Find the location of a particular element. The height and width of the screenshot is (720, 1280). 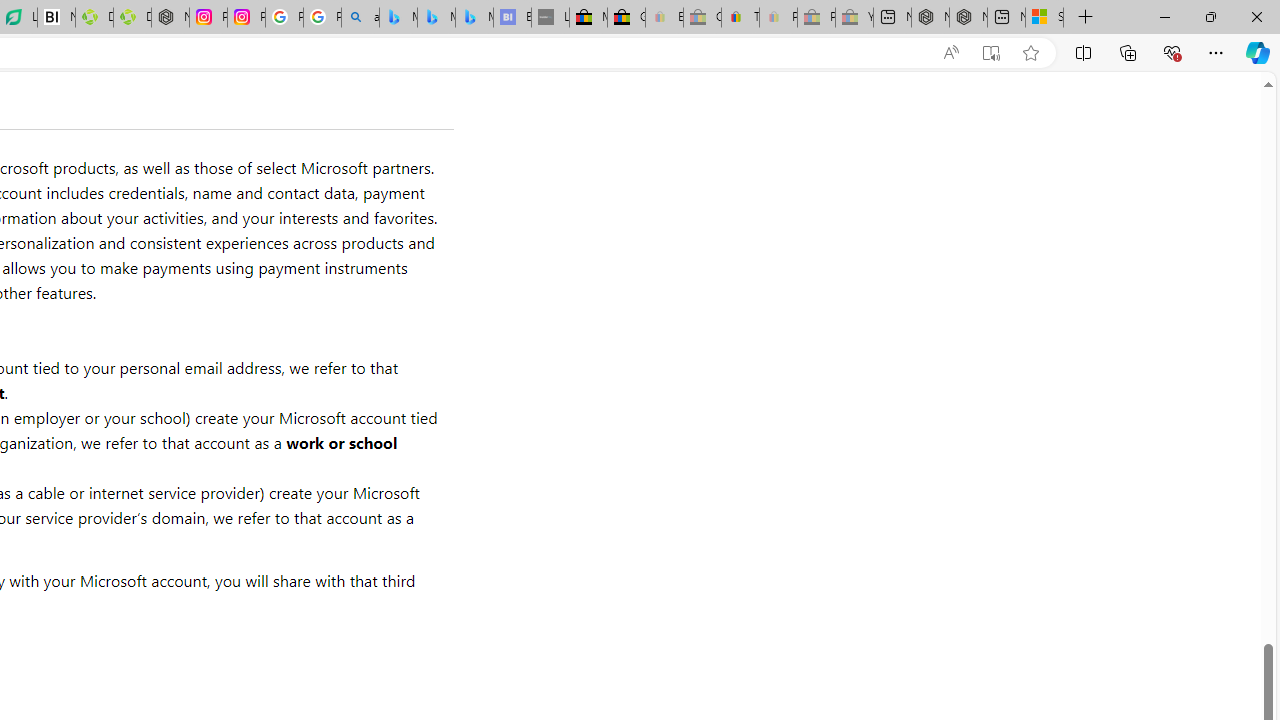

'Payments Terms of Use | eBay.com - Sleeping' is located at coordinates (777, 17).